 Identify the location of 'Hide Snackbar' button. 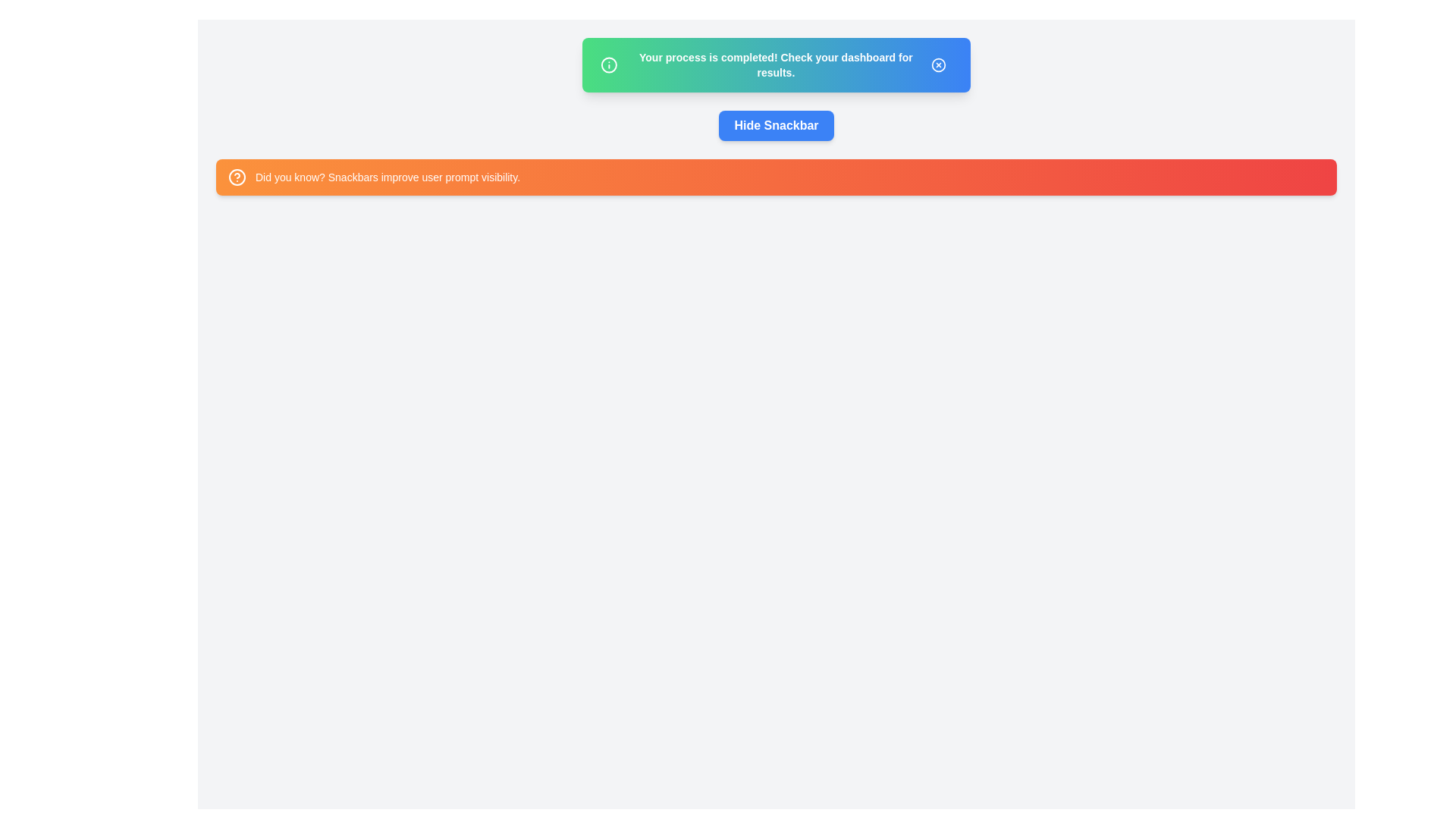
(776, 124).